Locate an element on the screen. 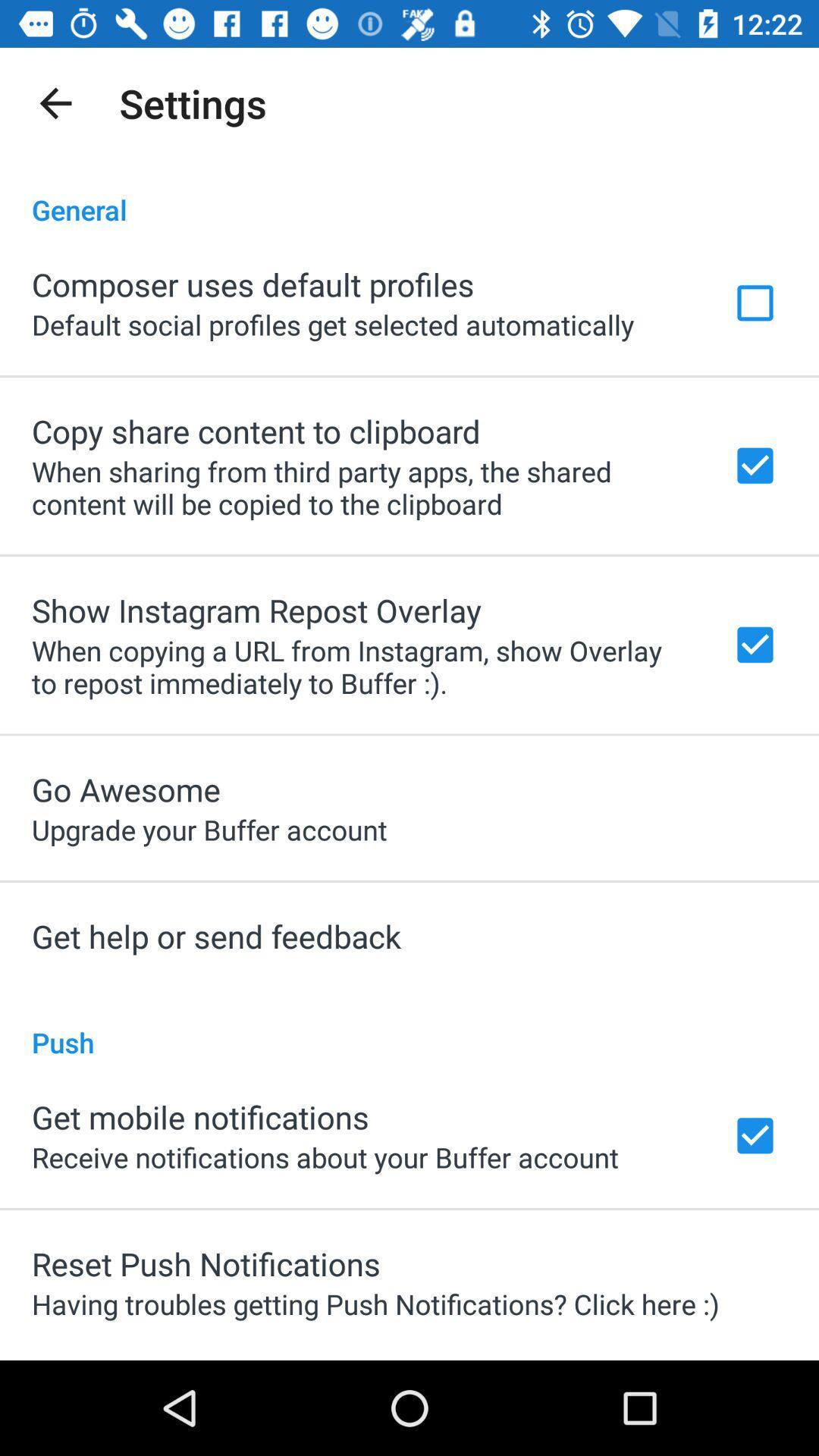 The height and width of the screenshot is (1456, 819). the go awesome app is located at coordinates (125, 789).